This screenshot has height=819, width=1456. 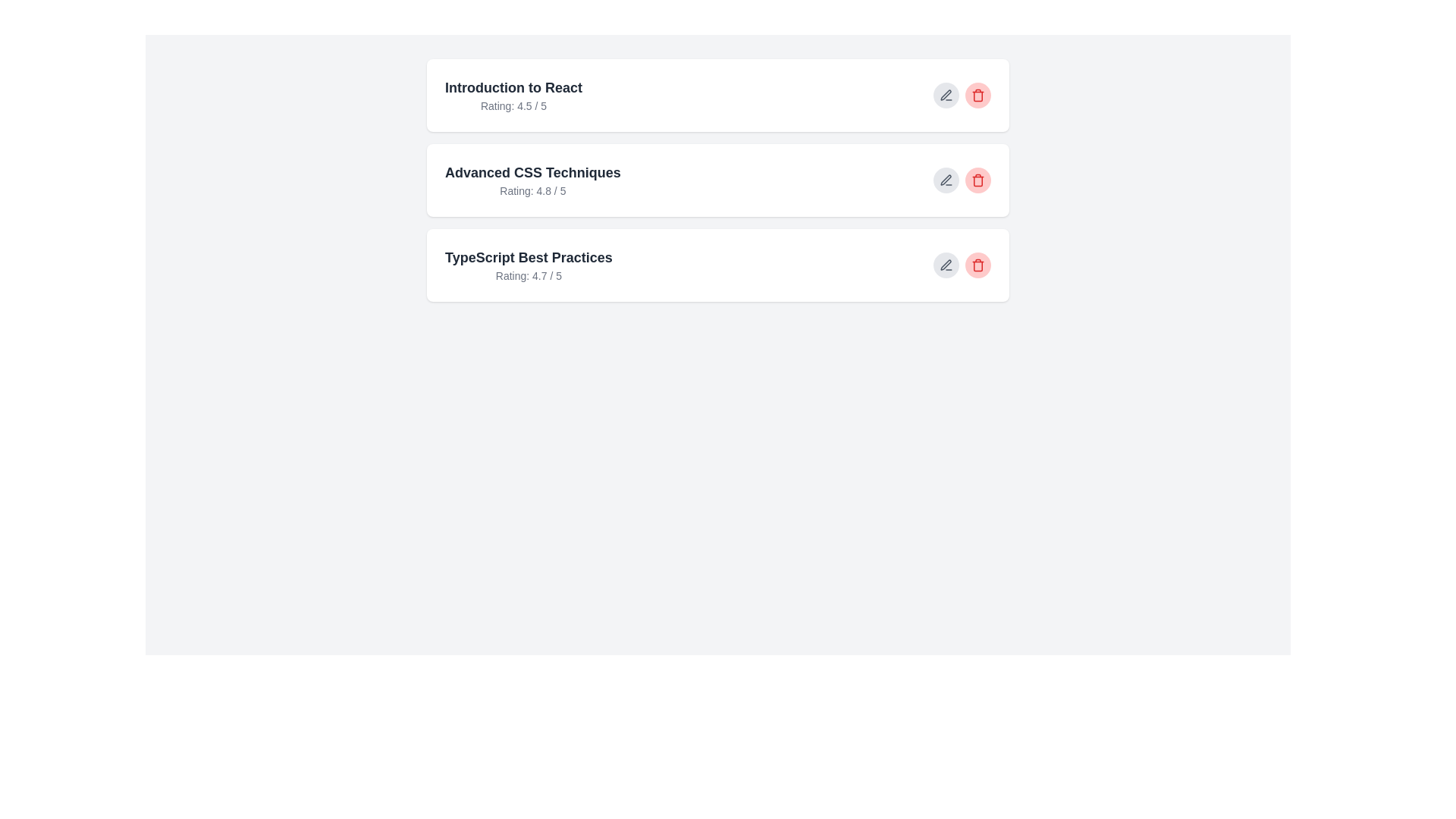 I want to click on the edit icon button associated with the 'Advanced CSS Techniques' entry to initiate the edit action, so click(x=946, y=180).